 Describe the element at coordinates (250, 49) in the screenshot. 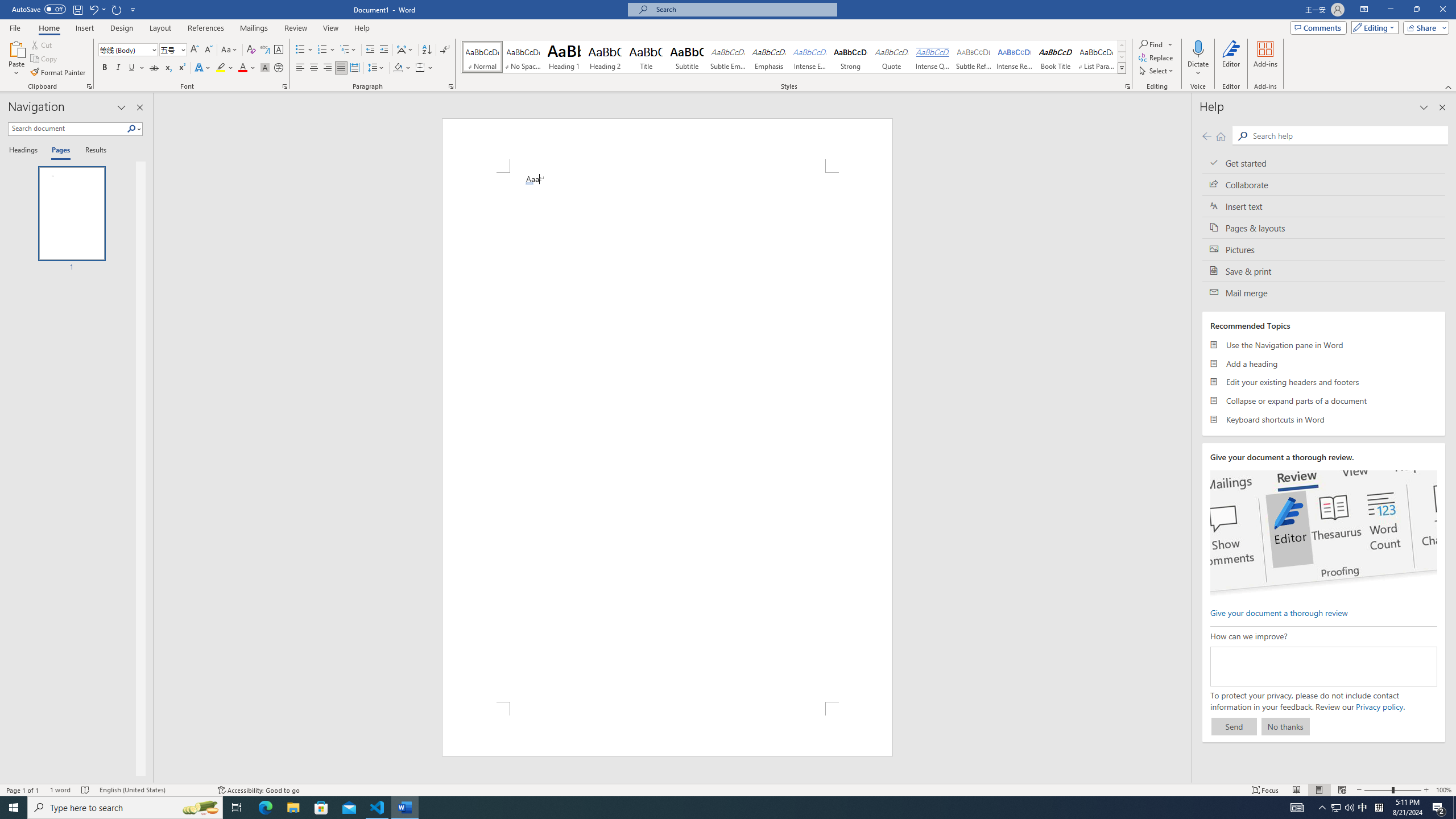

I see `'Clear Formatting'` at that location.